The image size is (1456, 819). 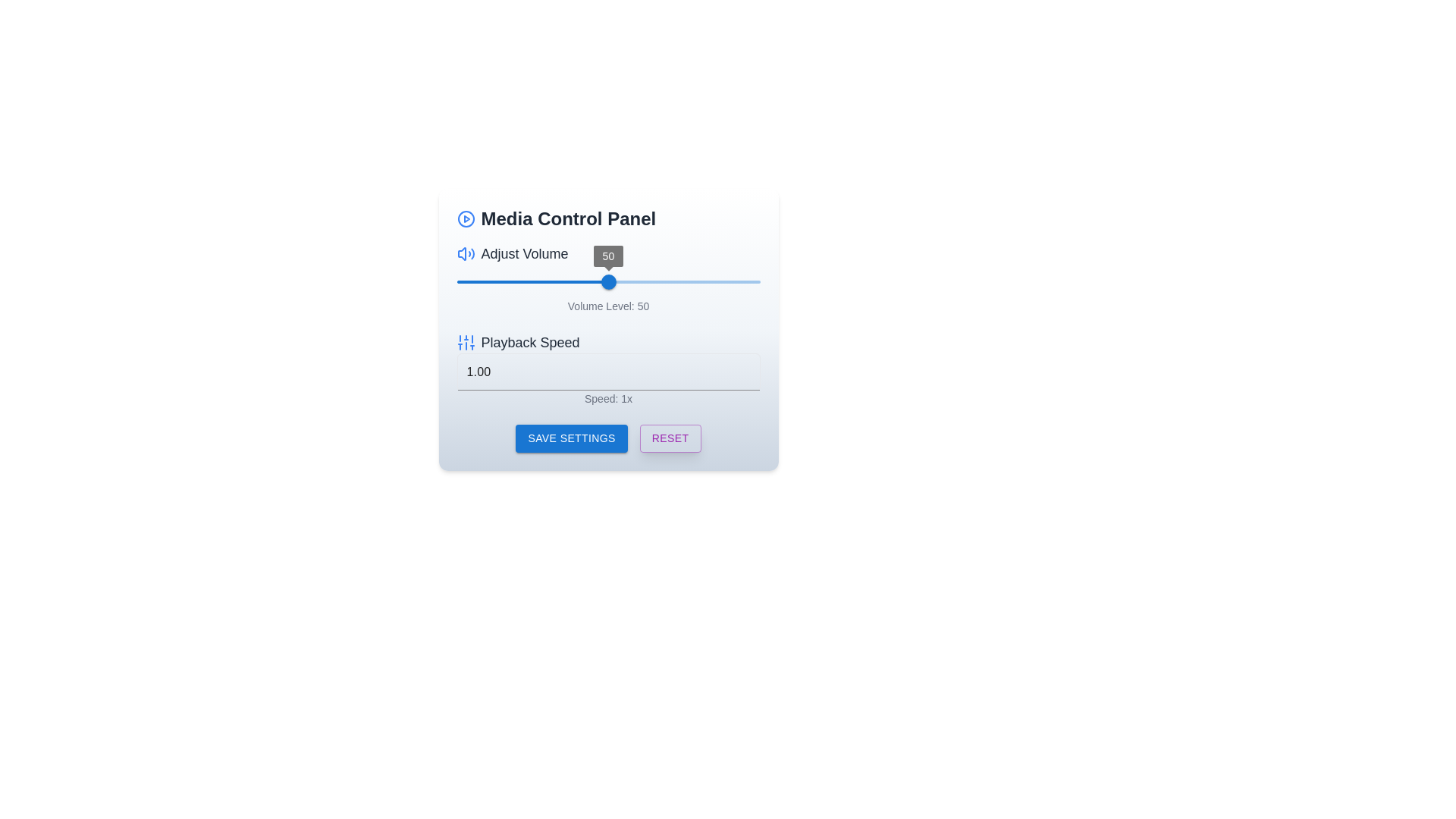 What do you see at coordinates (459, 281) in the screenshot?
I see `volume` at bounding box center [459, 281].